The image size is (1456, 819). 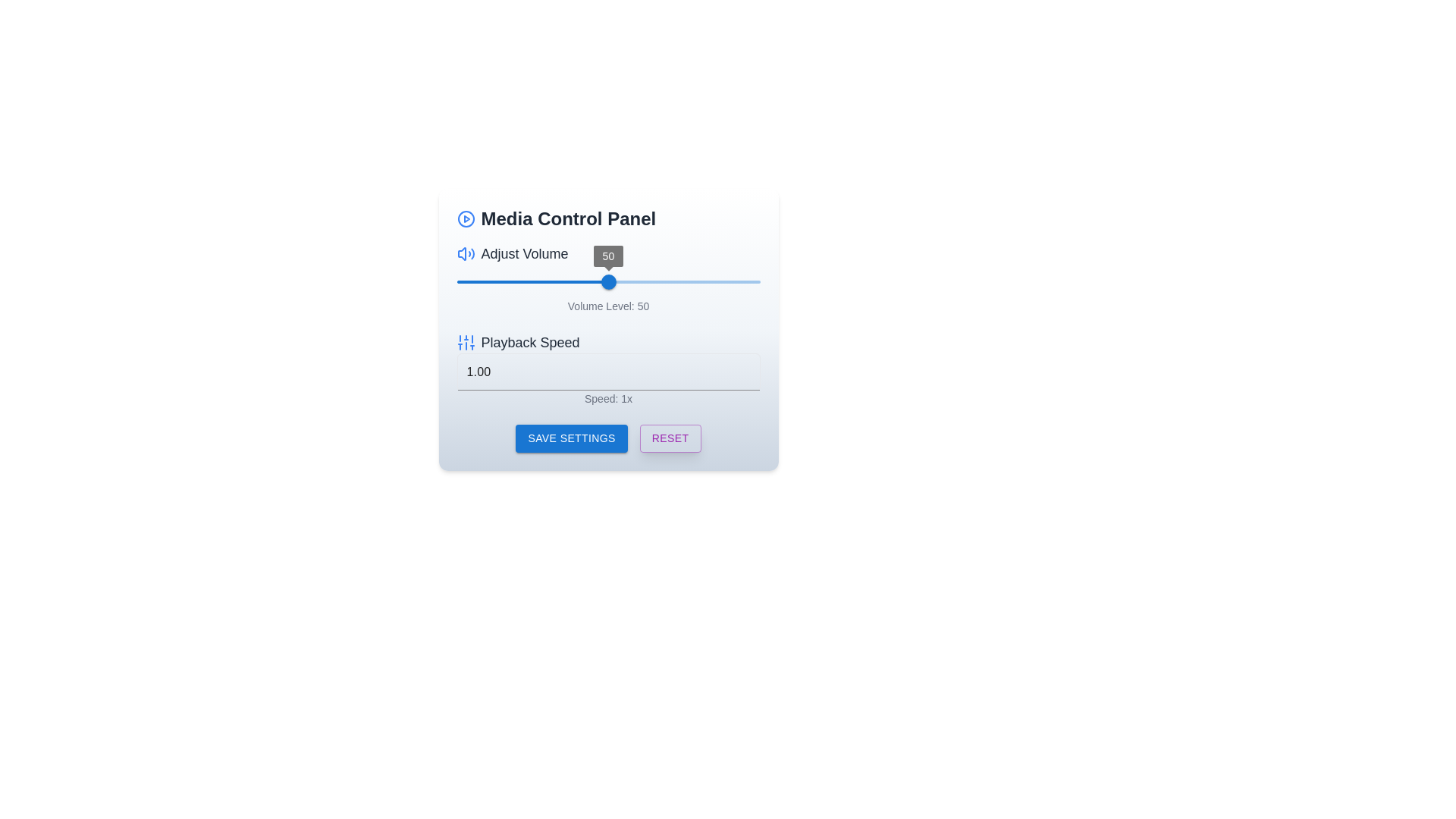 What do you see at coordinates (459, 281) in the screenshot?
I see `volume` at bounding box center [459, 281].